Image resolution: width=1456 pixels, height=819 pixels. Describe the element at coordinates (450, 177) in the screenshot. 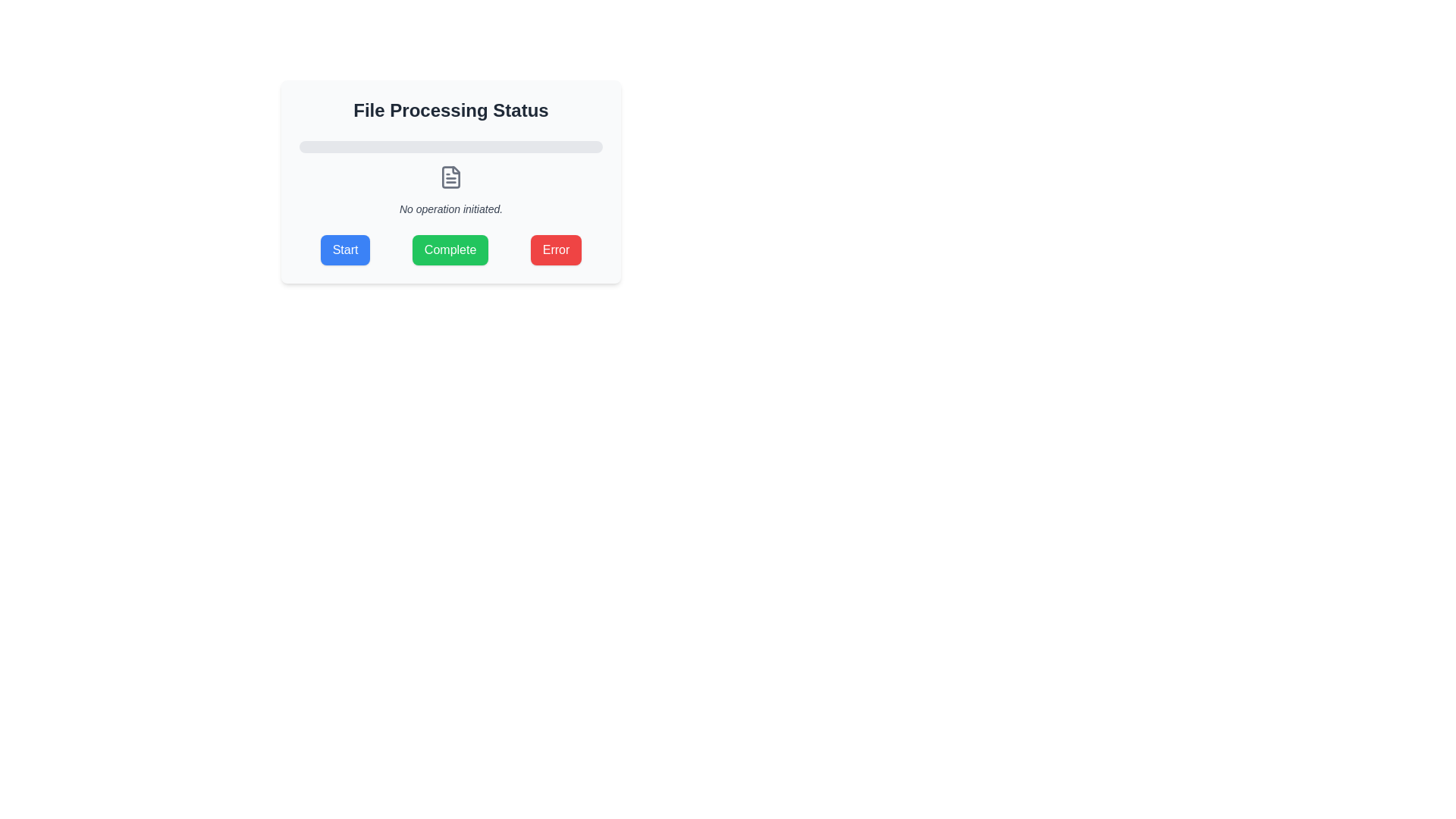

I see `the small gray document icon located centrally in the interface, positioned between the progress bar and the message 'No operation initiated.'` at that location.